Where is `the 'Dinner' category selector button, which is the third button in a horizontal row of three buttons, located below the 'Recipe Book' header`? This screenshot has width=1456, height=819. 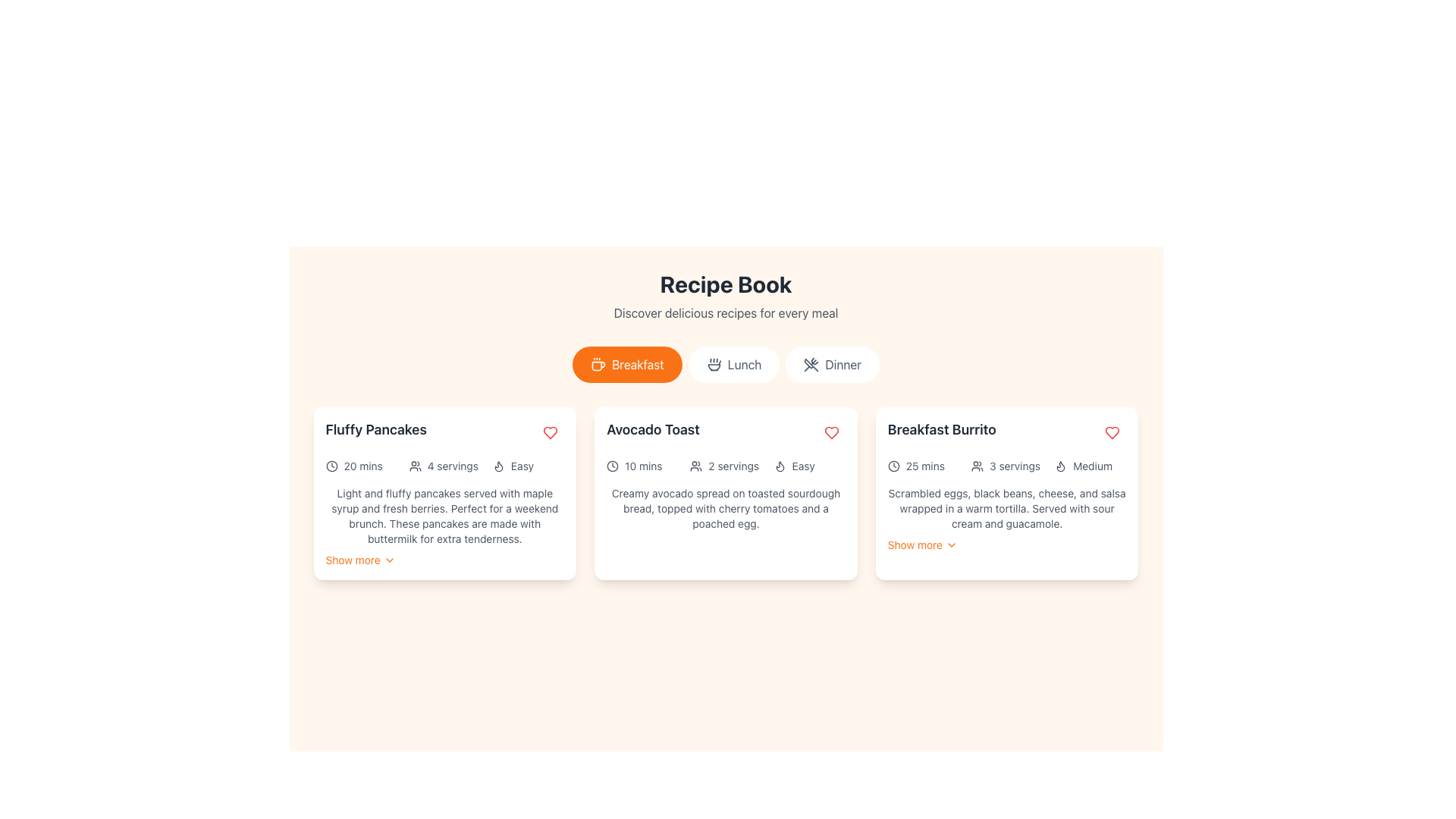 the 'Dinner' category selector button, which is the third button in a horizontal row of three buttons, located below the 'Recipe Book' header is located at coordinates (832, 365).